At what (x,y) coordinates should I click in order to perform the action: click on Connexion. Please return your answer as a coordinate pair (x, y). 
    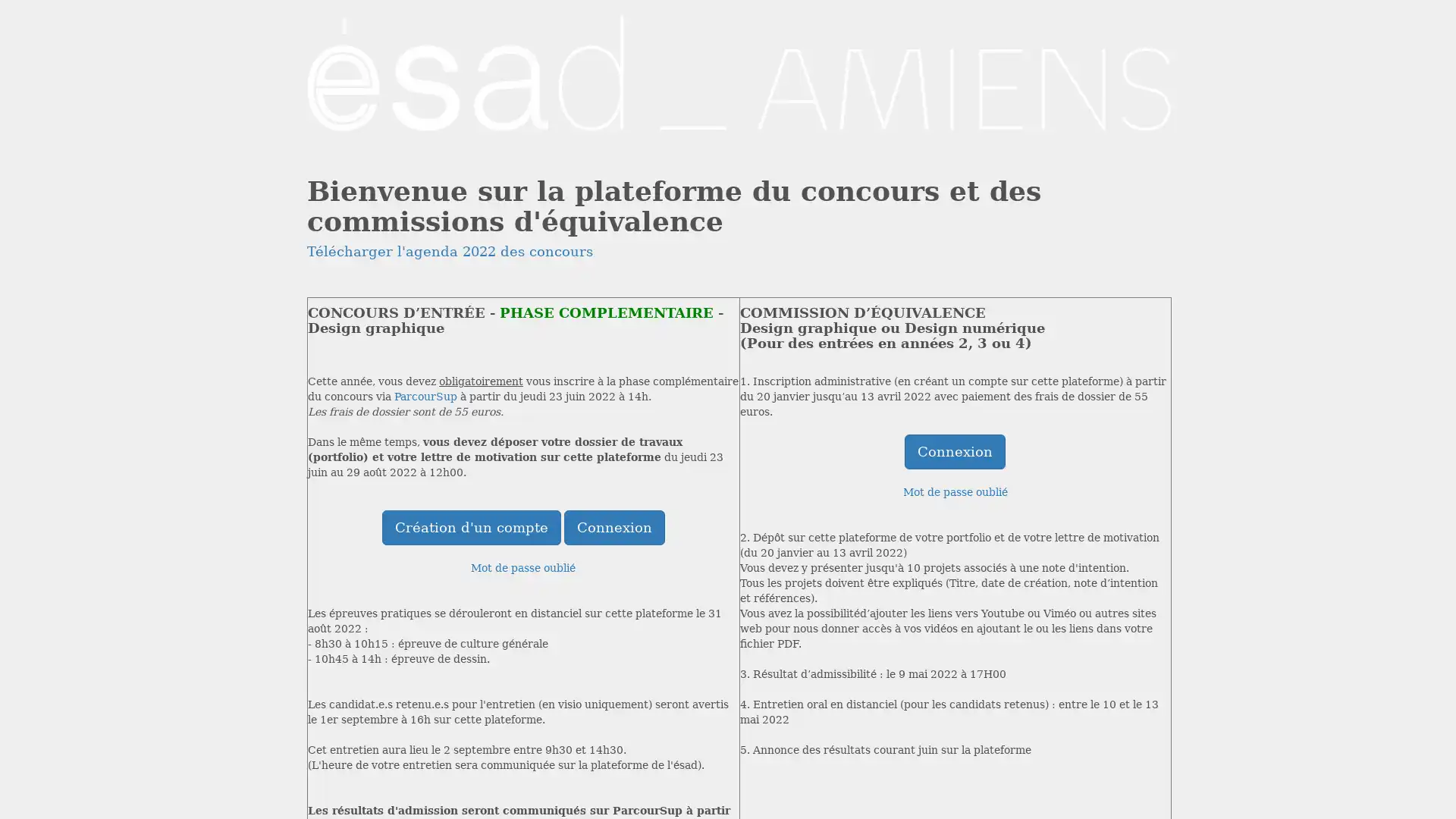
    Looking at the image, I should click on (954, 450).